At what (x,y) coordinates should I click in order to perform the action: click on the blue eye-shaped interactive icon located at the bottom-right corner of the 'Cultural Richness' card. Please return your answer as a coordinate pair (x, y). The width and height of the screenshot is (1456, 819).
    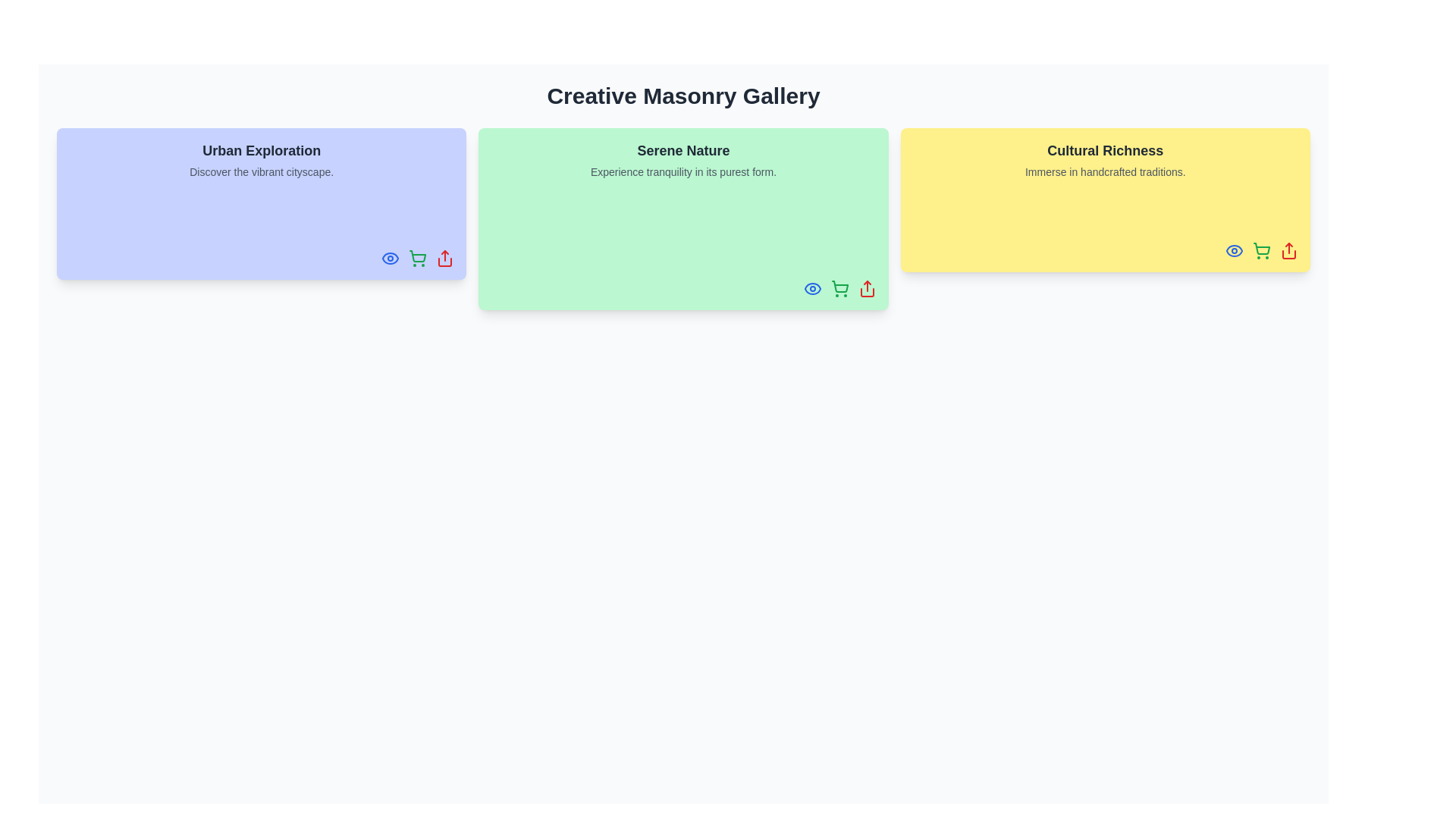
    Looking at the image, I should click on (1234, 250).